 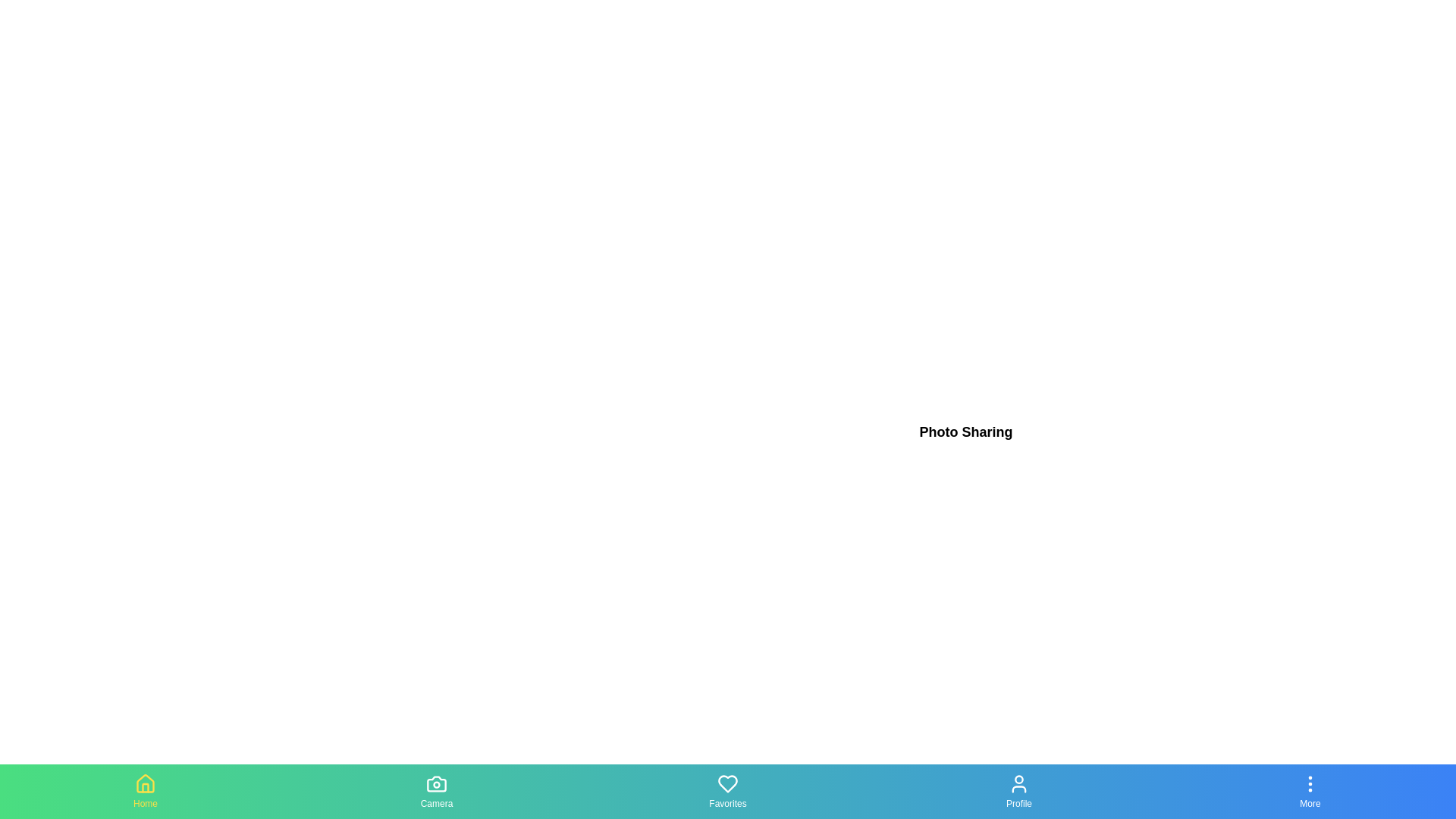 I want to click on the Home tab in the navigation bar to switch views, so click(x=146, y=791).